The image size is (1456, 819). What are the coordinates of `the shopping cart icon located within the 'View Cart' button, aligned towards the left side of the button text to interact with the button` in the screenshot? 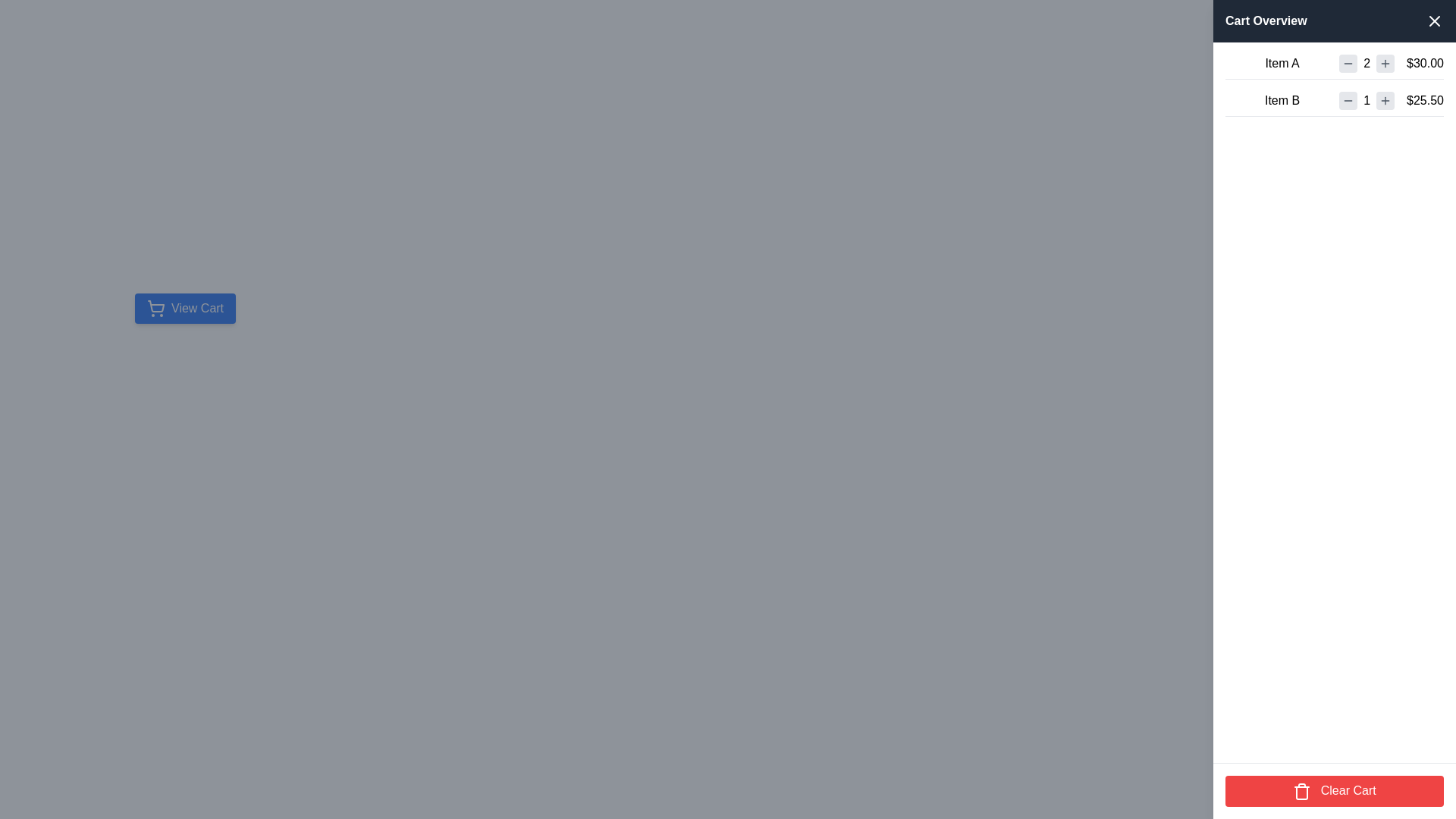 It's located at (156, 306).